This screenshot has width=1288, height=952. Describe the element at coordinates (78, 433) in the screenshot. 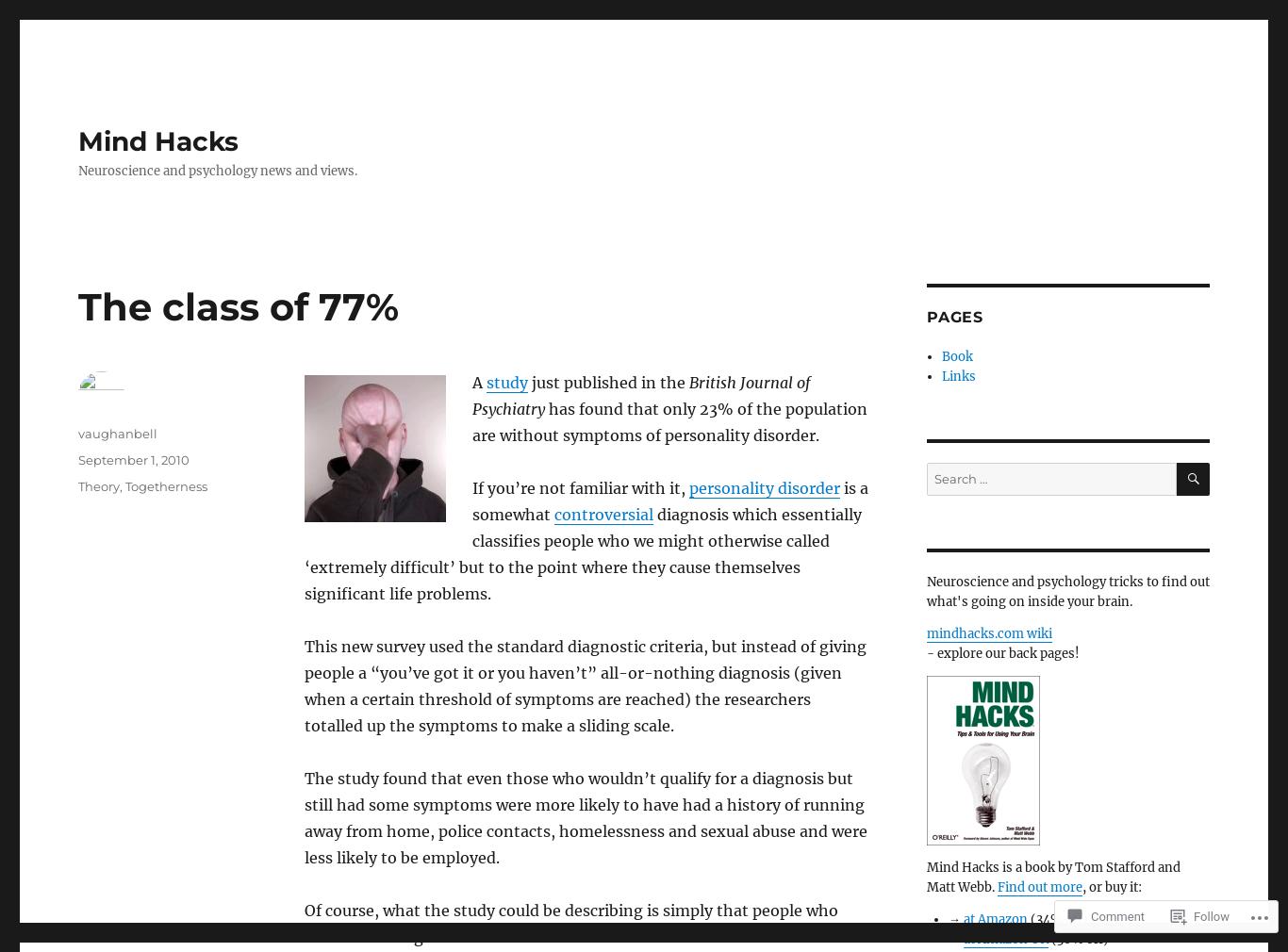

I see `'vaughanbell'` at that location.